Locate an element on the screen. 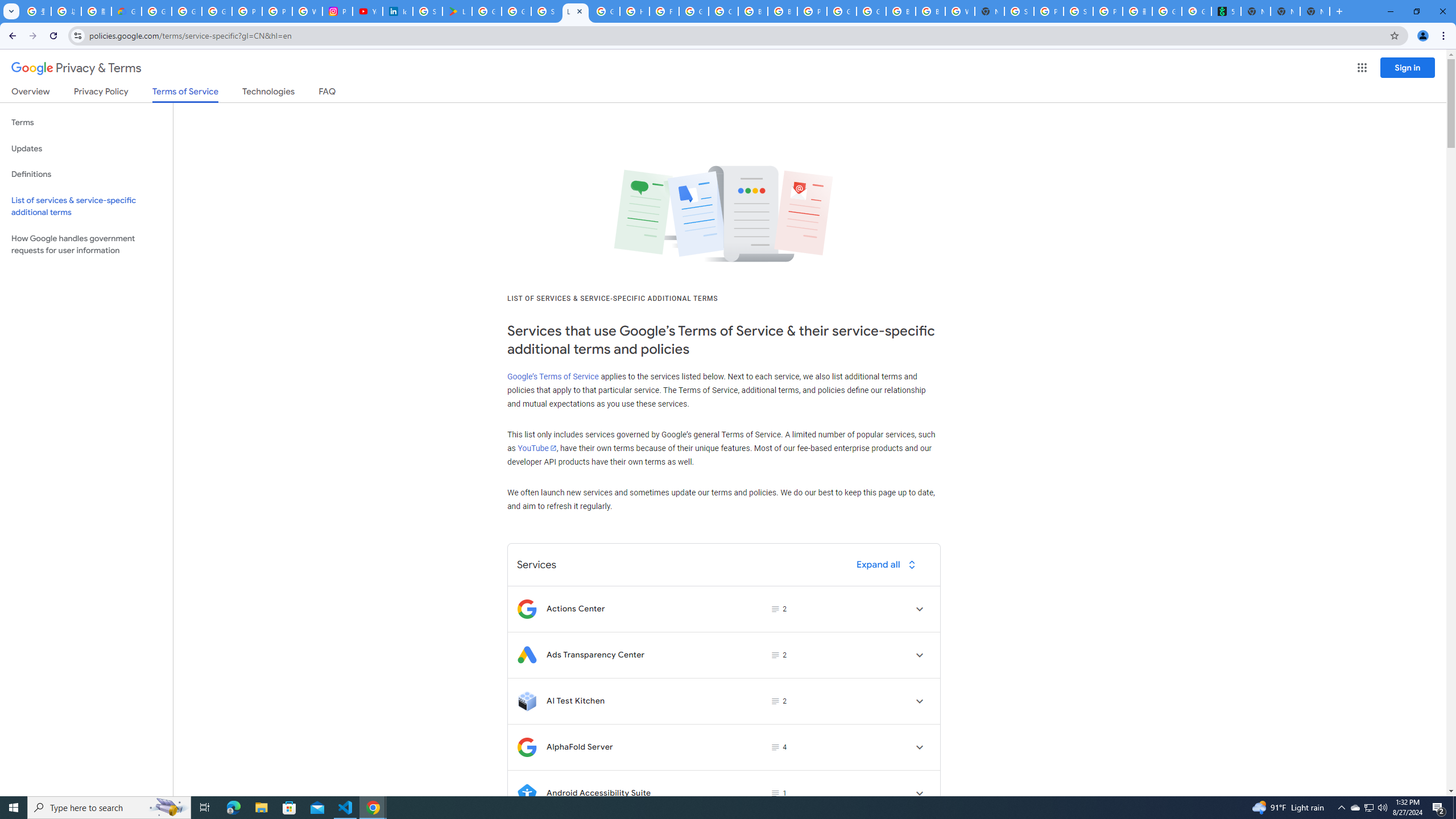 This screenshot has height=819, width=1456. 'Reload' is located at coordinates (53, 35).